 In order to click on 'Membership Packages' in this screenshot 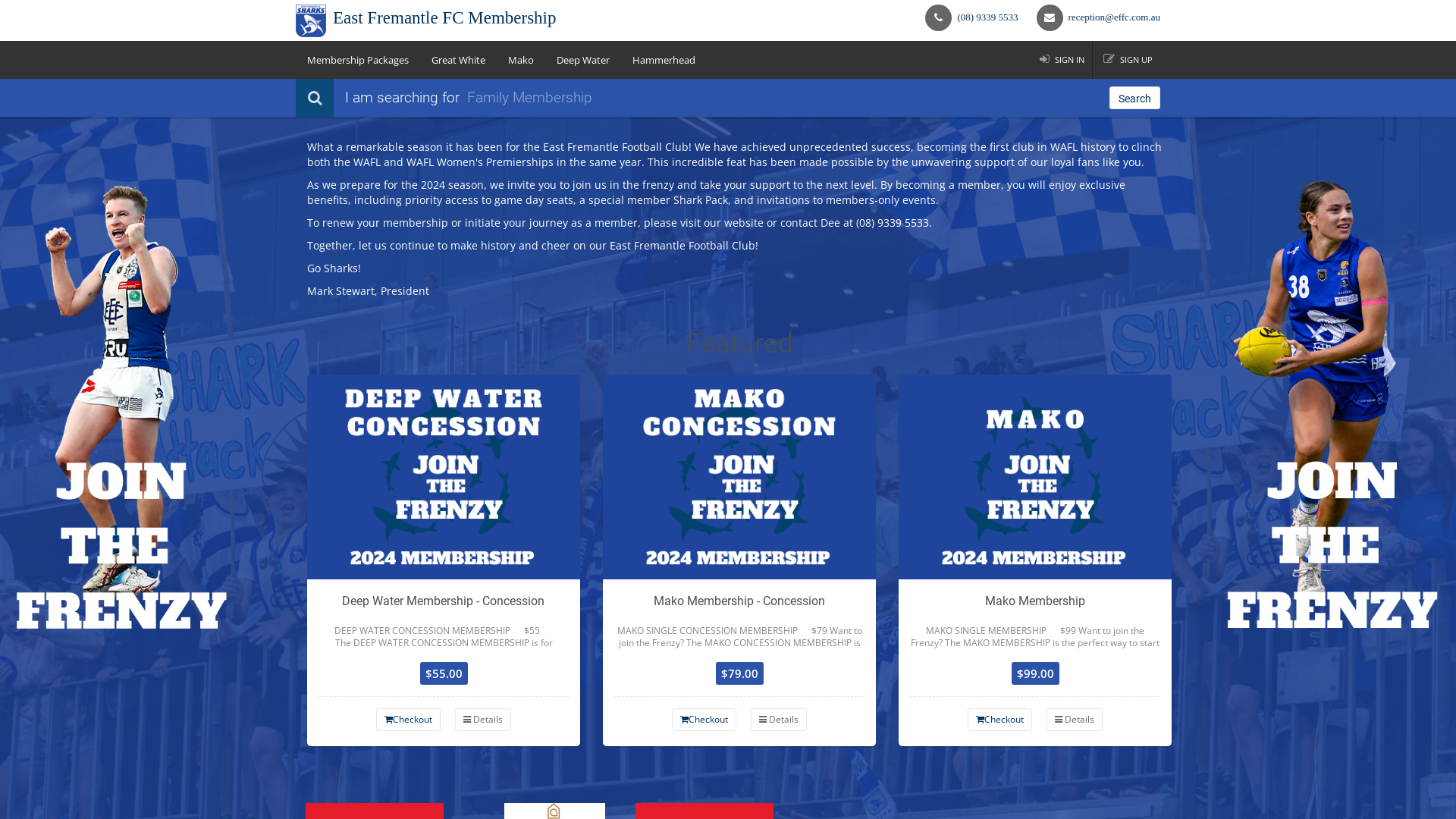, I will do `click(356, 58)`.